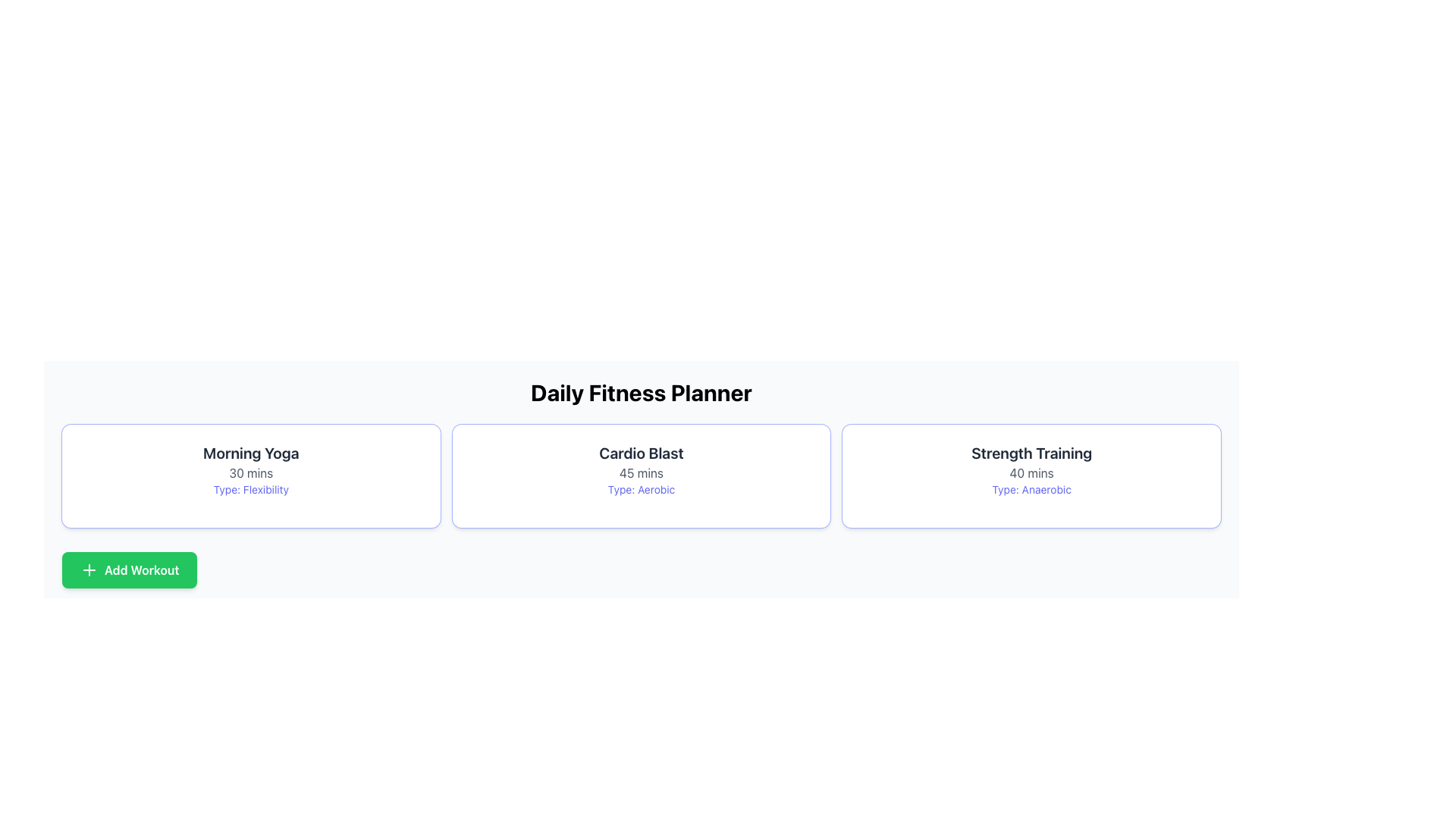  Describe the element at coordinates (1031, 469) in the screenshot. I see `workout details displayed in the informational text block labeled 'Strength Training', including the duration '40 mins' and type 'Anaerobic'` at that location.